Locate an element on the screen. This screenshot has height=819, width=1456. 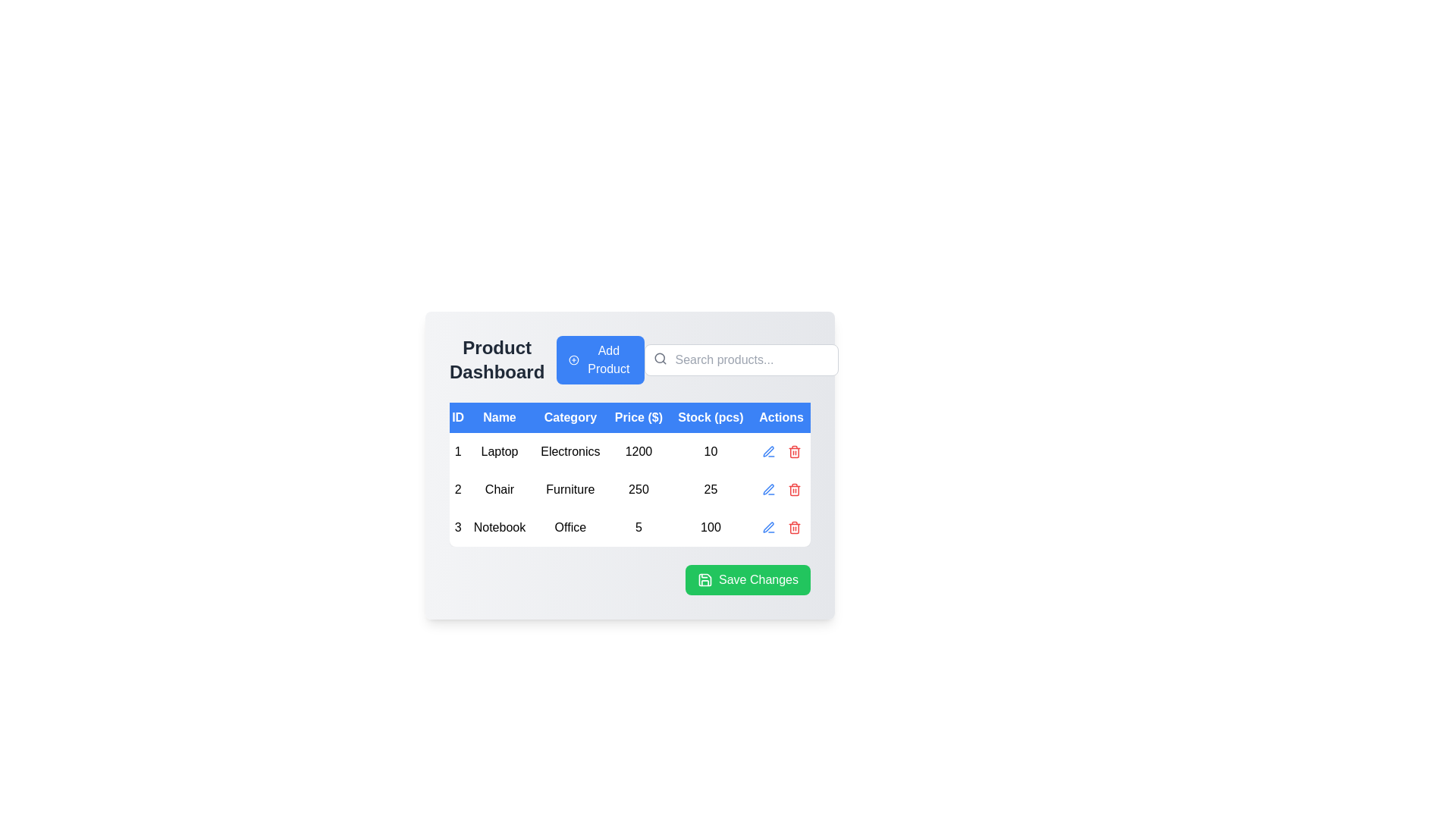
the static text label in the third row of the table that uniquely identifies the ID 3 of the associated data is located at coordinates (457, 526).